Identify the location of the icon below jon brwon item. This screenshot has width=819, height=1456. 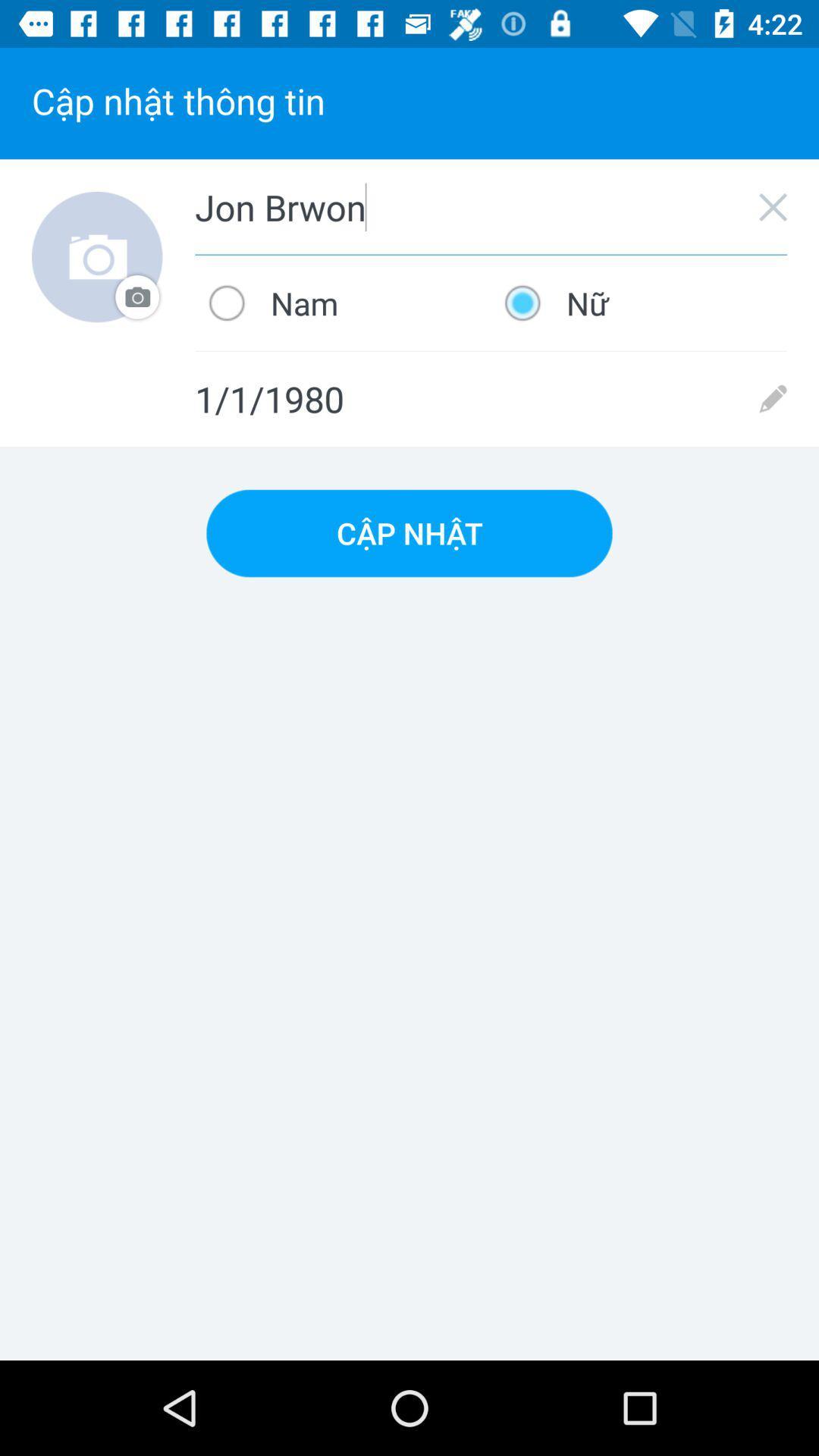
(343, 303).